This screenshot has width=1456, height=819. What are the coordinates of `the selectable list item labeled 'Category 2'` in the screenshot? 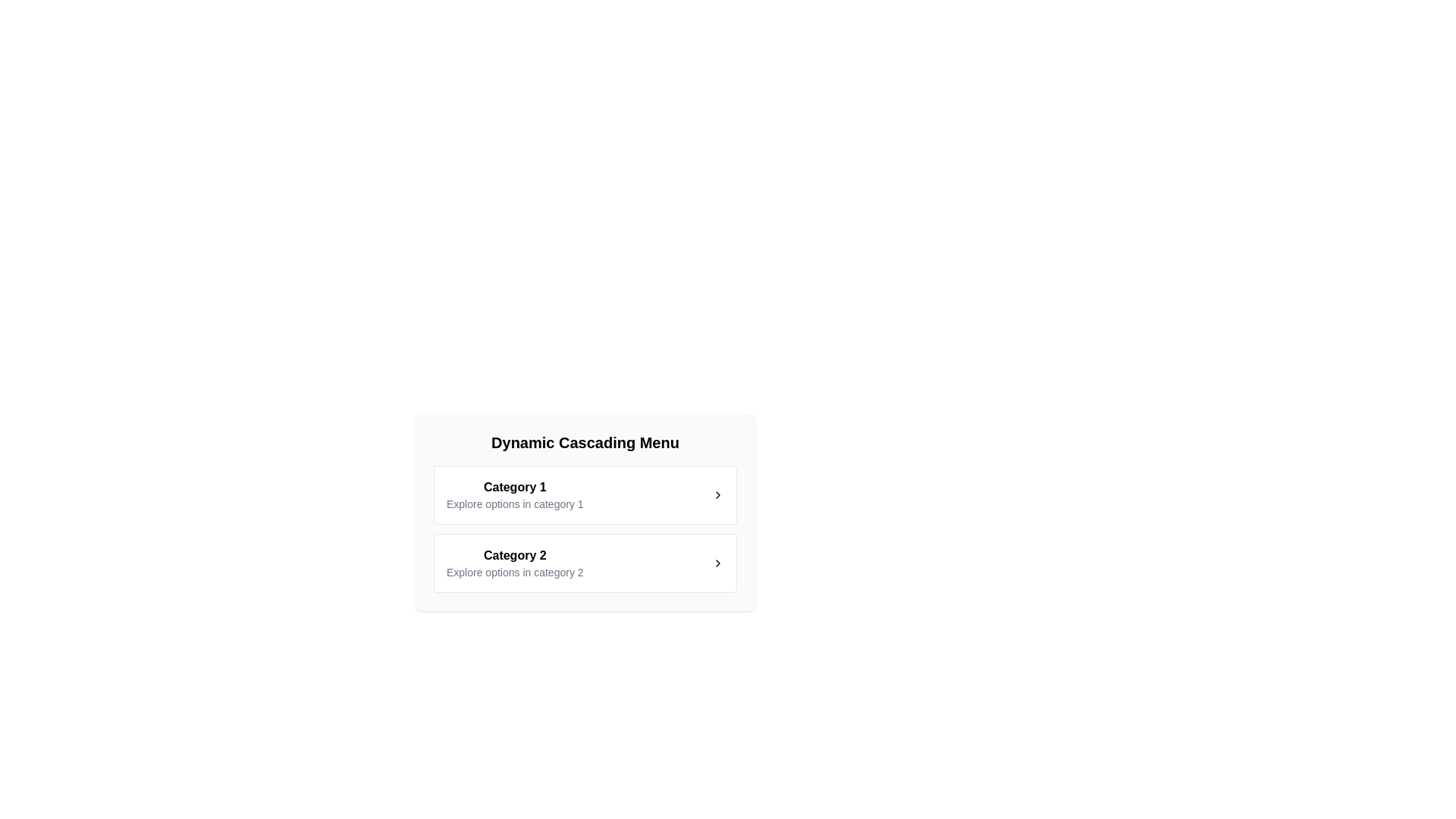 It's located at (585, 563).